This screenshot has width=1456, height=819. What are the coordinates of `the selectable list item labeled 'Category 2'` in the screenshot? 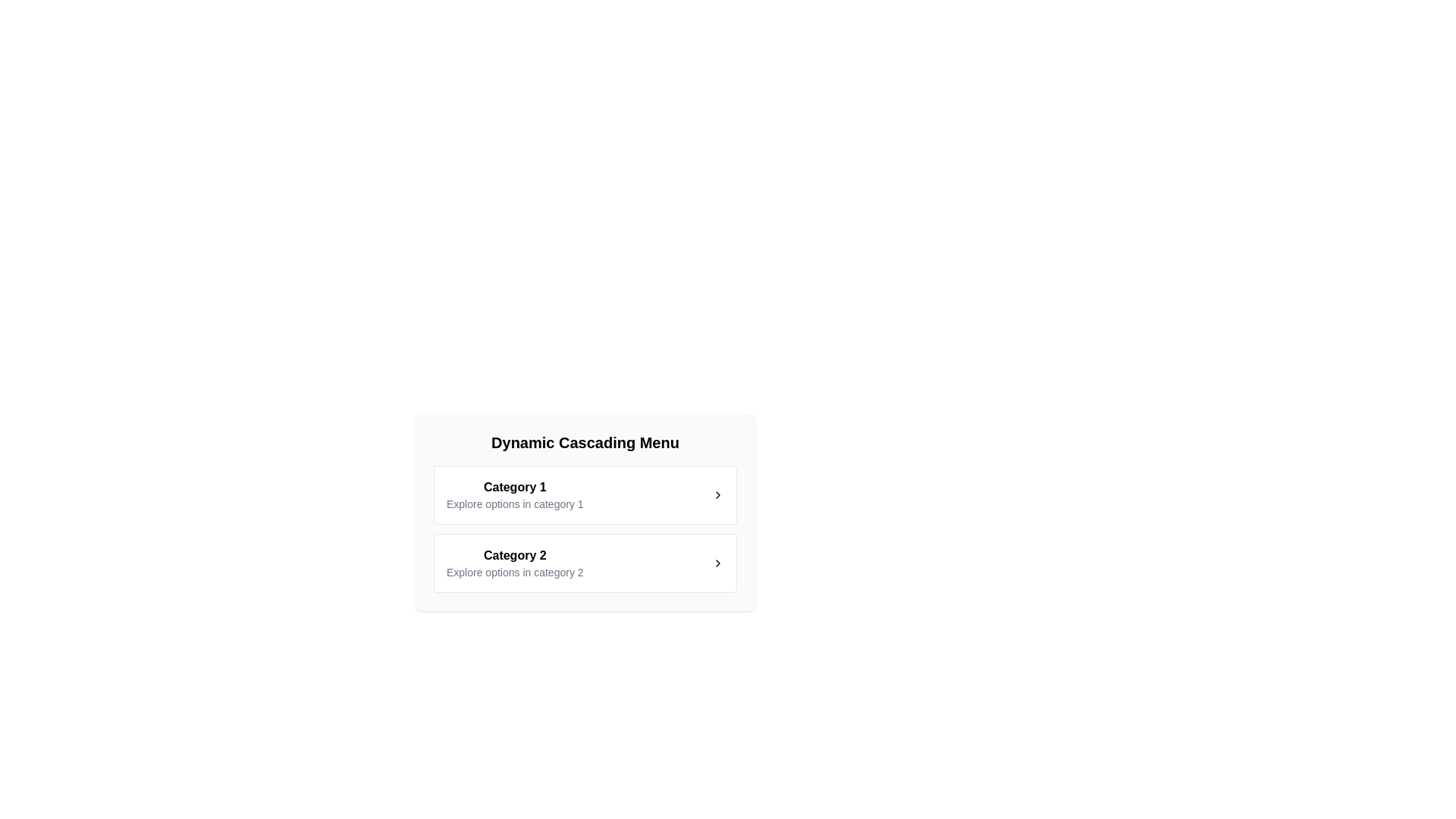 It's located at (585, 563).